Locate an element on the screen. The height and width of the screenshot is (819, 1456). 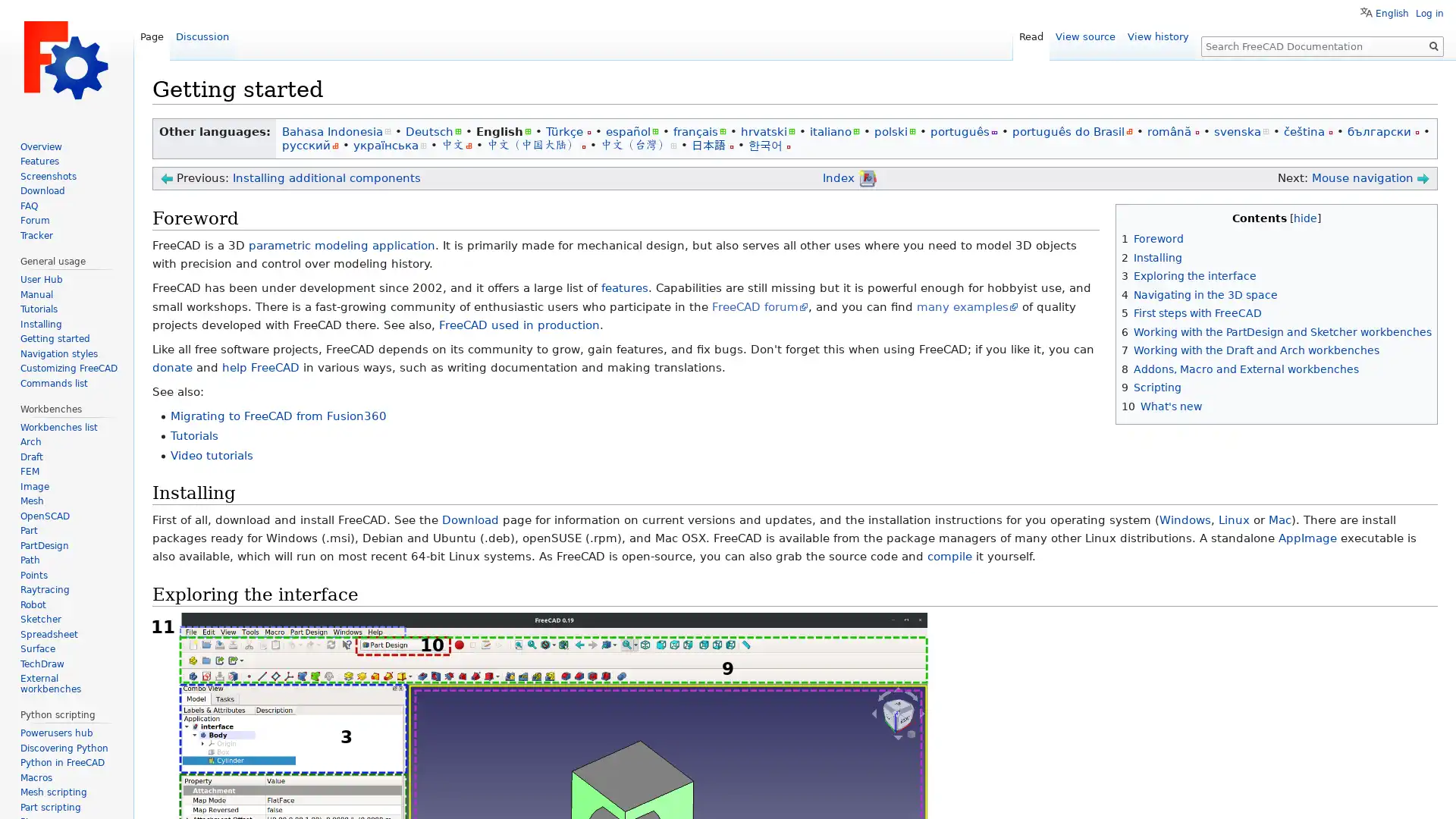
Go is located at coordinates (1433, 45).